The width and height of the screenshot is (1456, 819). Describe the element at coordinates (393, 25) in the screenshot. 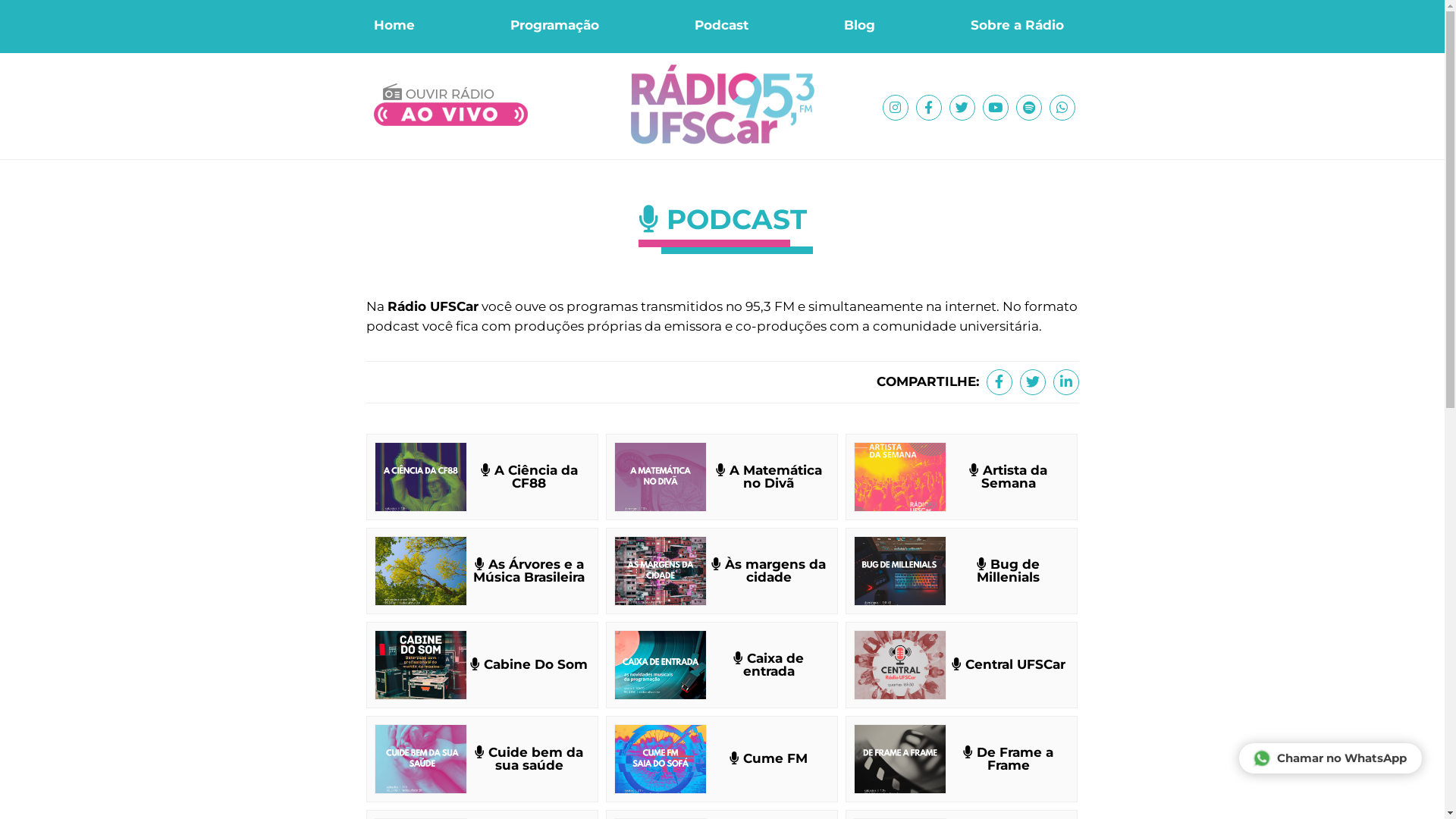

I see `'Home'` at that location.